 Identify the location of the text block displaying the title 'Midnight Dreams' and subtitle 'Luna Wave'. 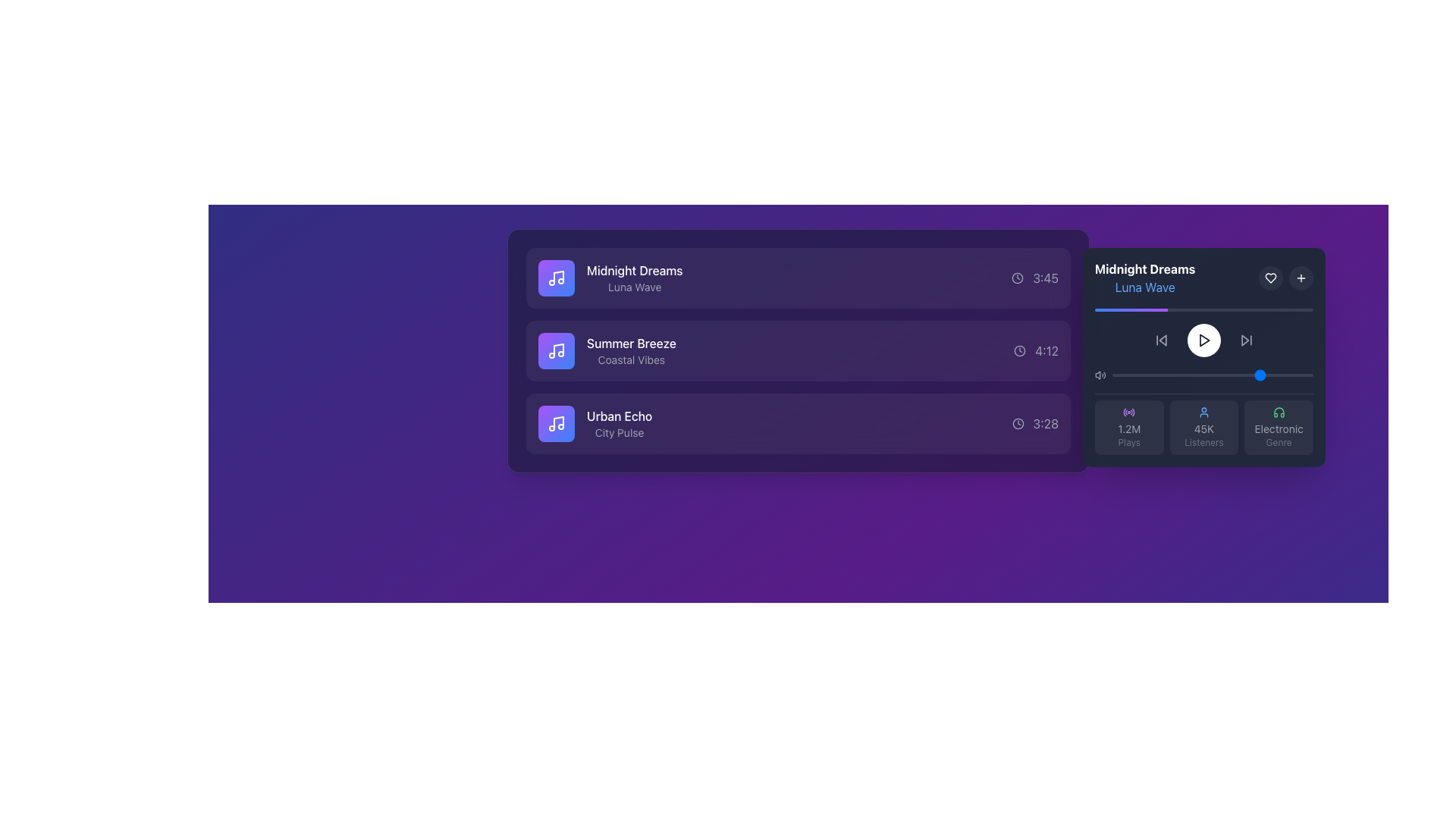
(1145, 278).